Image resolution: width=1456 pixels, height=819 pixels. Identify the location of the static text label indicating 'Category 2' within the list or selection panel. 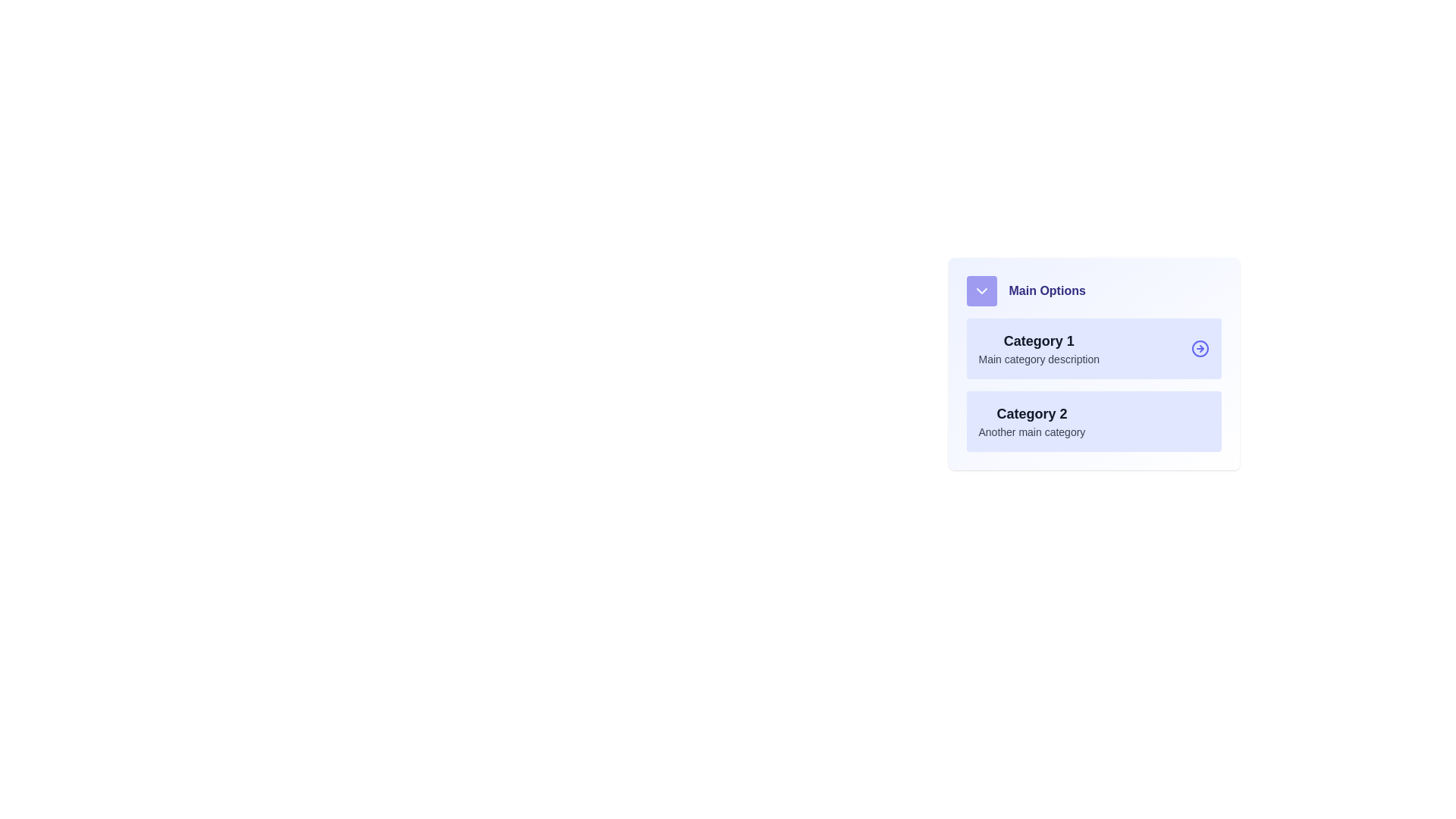
(1031, 414).